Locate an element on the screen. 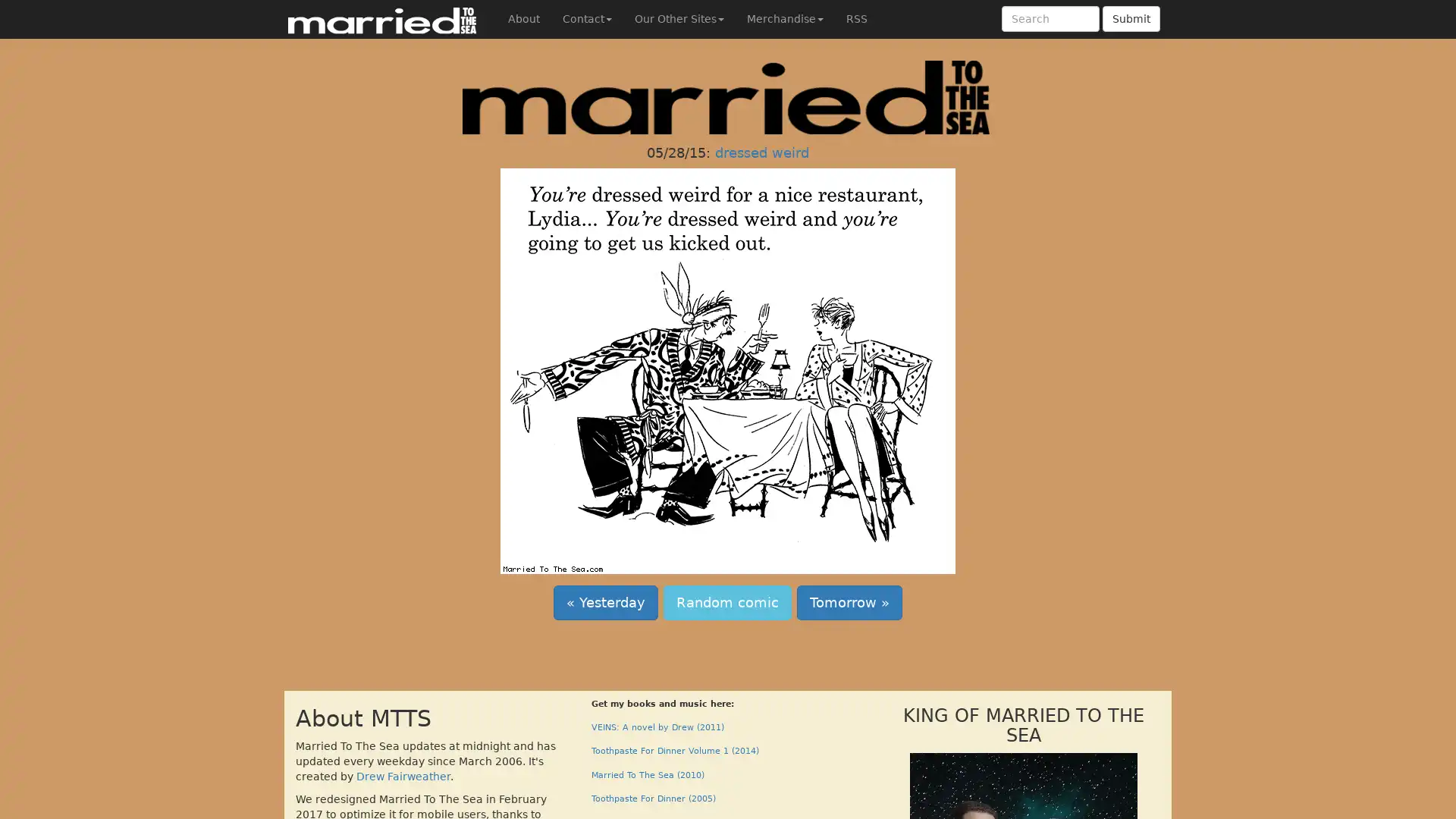 The width and height of the screenshot is (1456, 819). Tomorrow is located at coordinates (849, 601).